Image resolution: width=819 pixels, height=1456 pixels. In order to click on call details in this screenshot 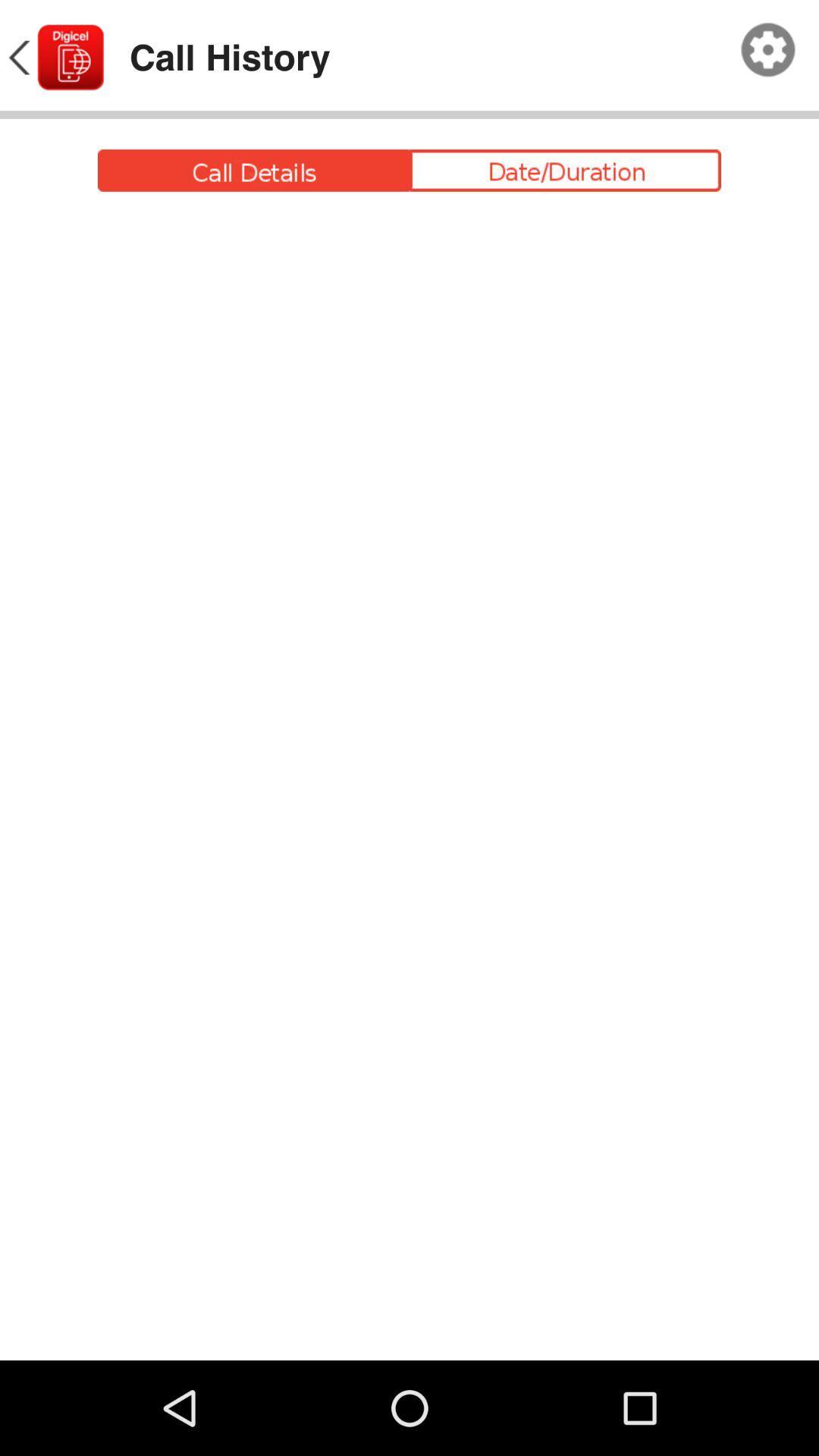, I will do `click(409, 171)`.